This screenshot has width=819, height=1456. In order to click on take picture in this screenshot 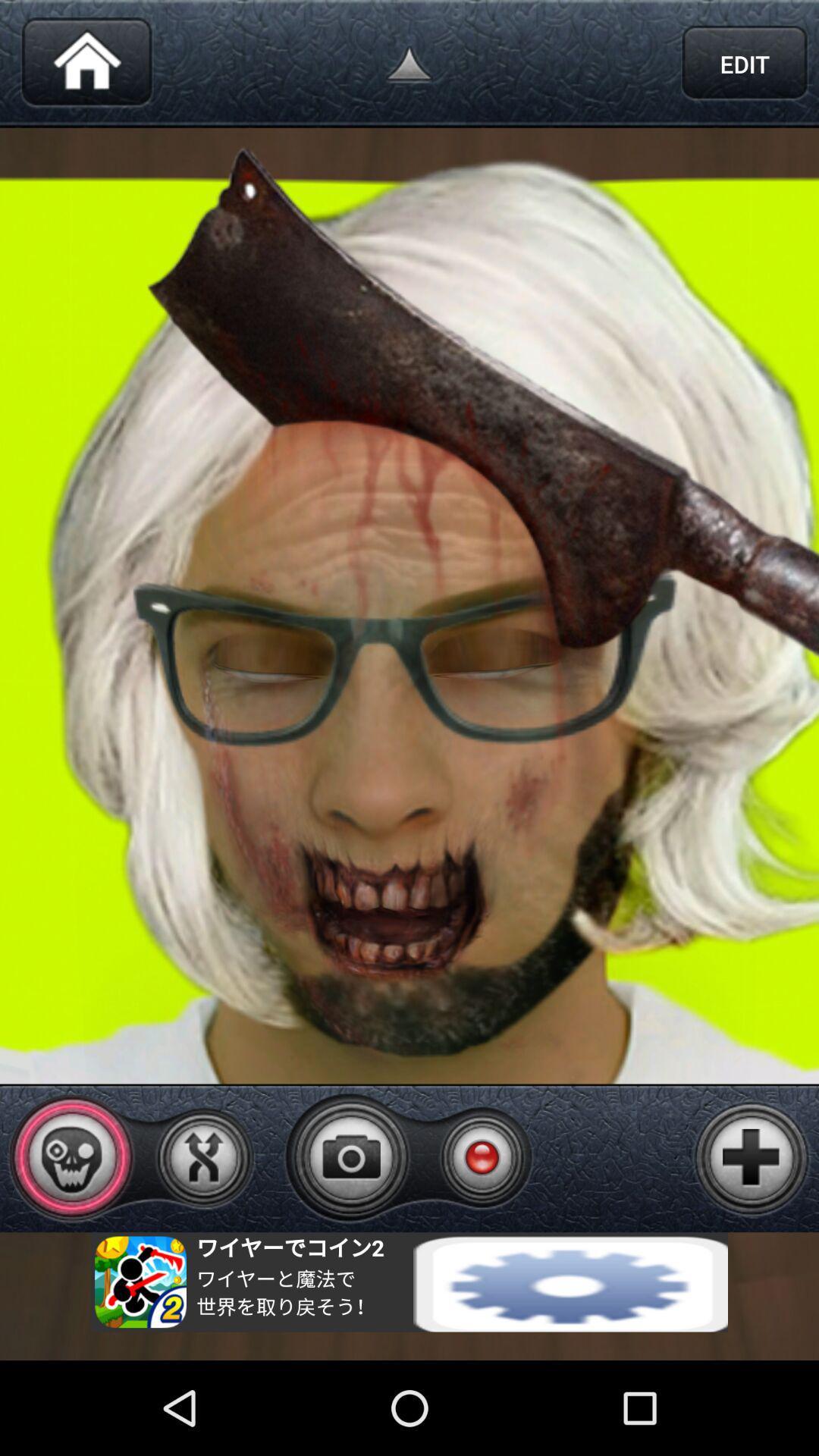, I will do `click(351, 1156)`.